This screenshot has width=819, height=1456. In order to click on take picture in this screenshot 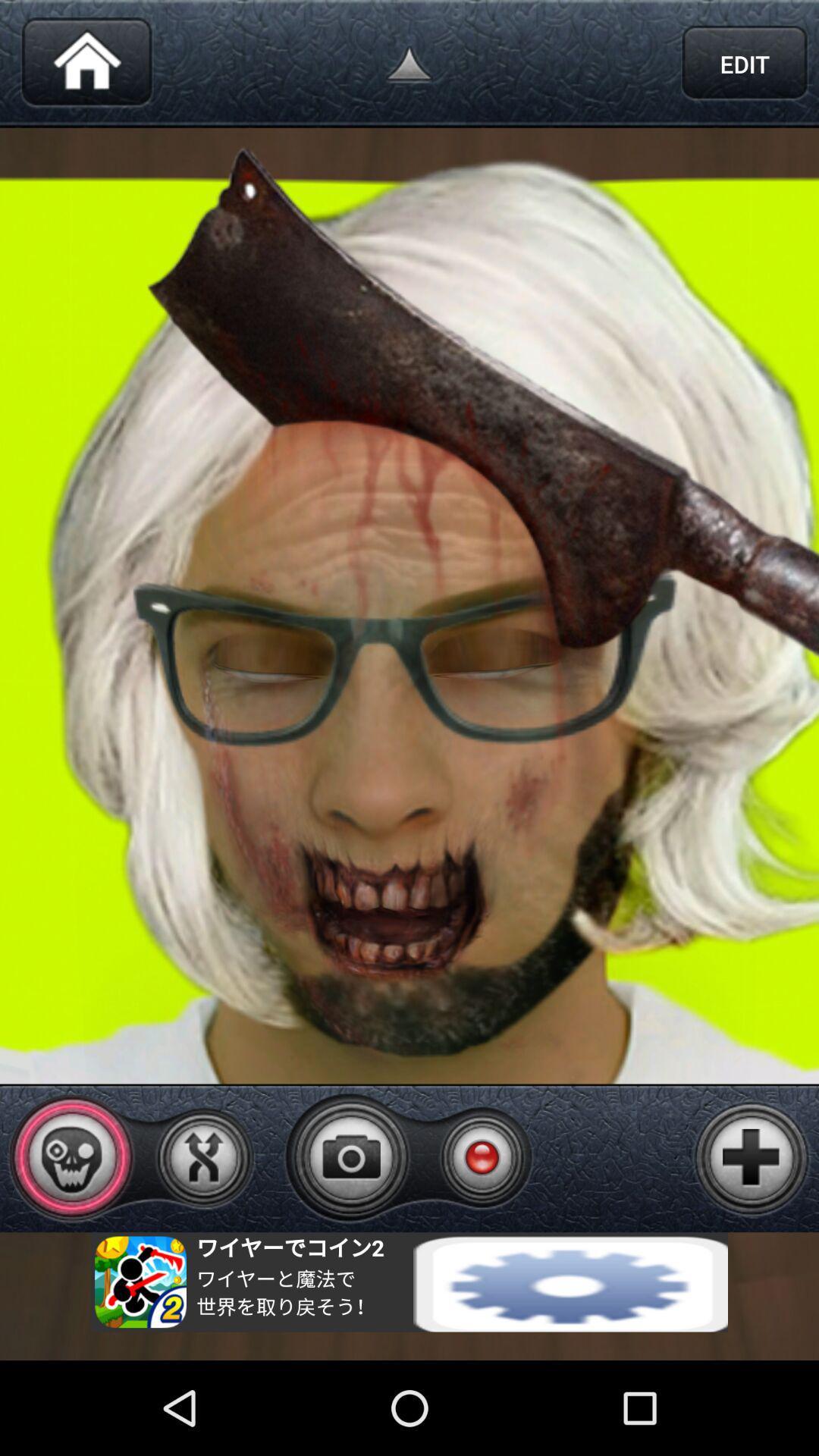, I will do `click(351, 1156)`.